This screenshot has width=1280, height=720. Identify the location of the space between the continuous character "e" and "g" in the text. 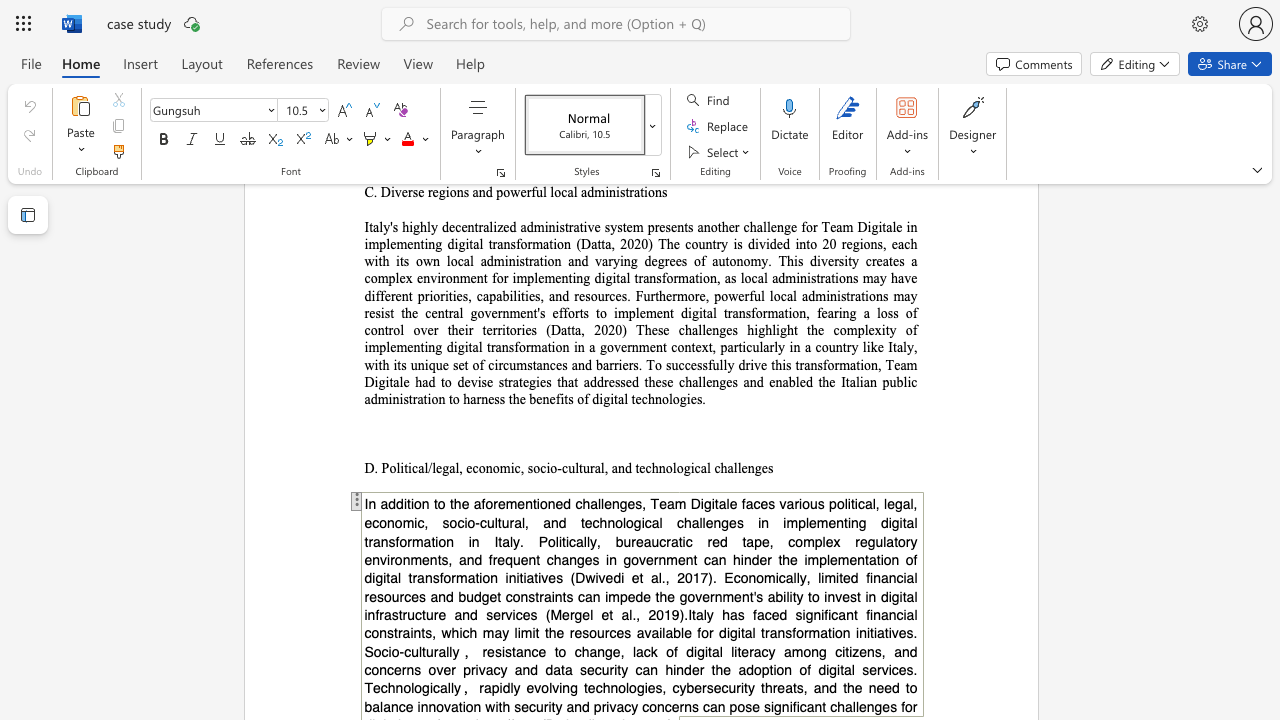
(441, 468).